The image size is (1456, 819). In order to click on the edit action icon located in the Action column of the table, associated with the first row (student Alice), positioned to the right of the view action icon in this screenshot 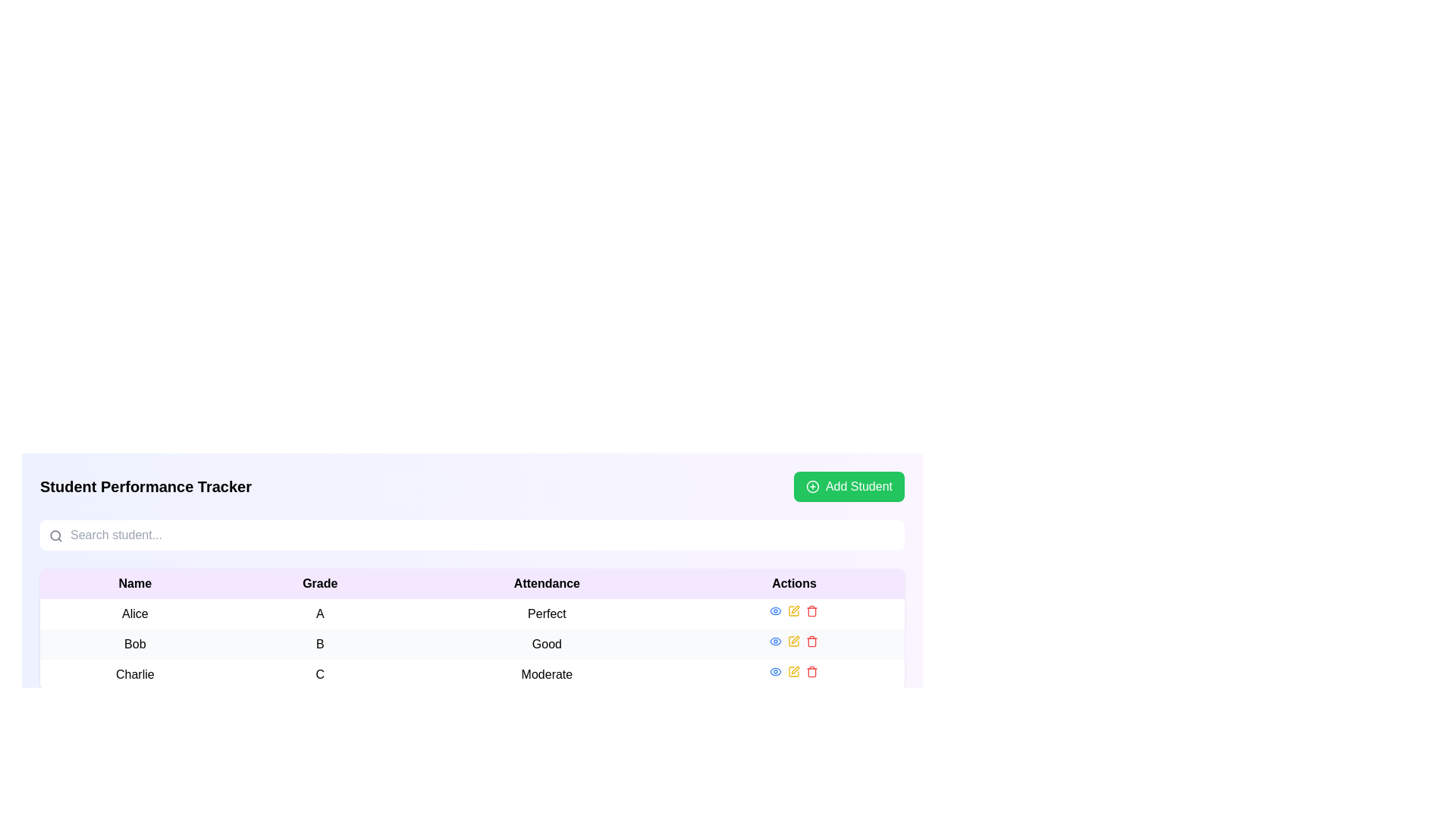, I will do `click(793, 610)`.